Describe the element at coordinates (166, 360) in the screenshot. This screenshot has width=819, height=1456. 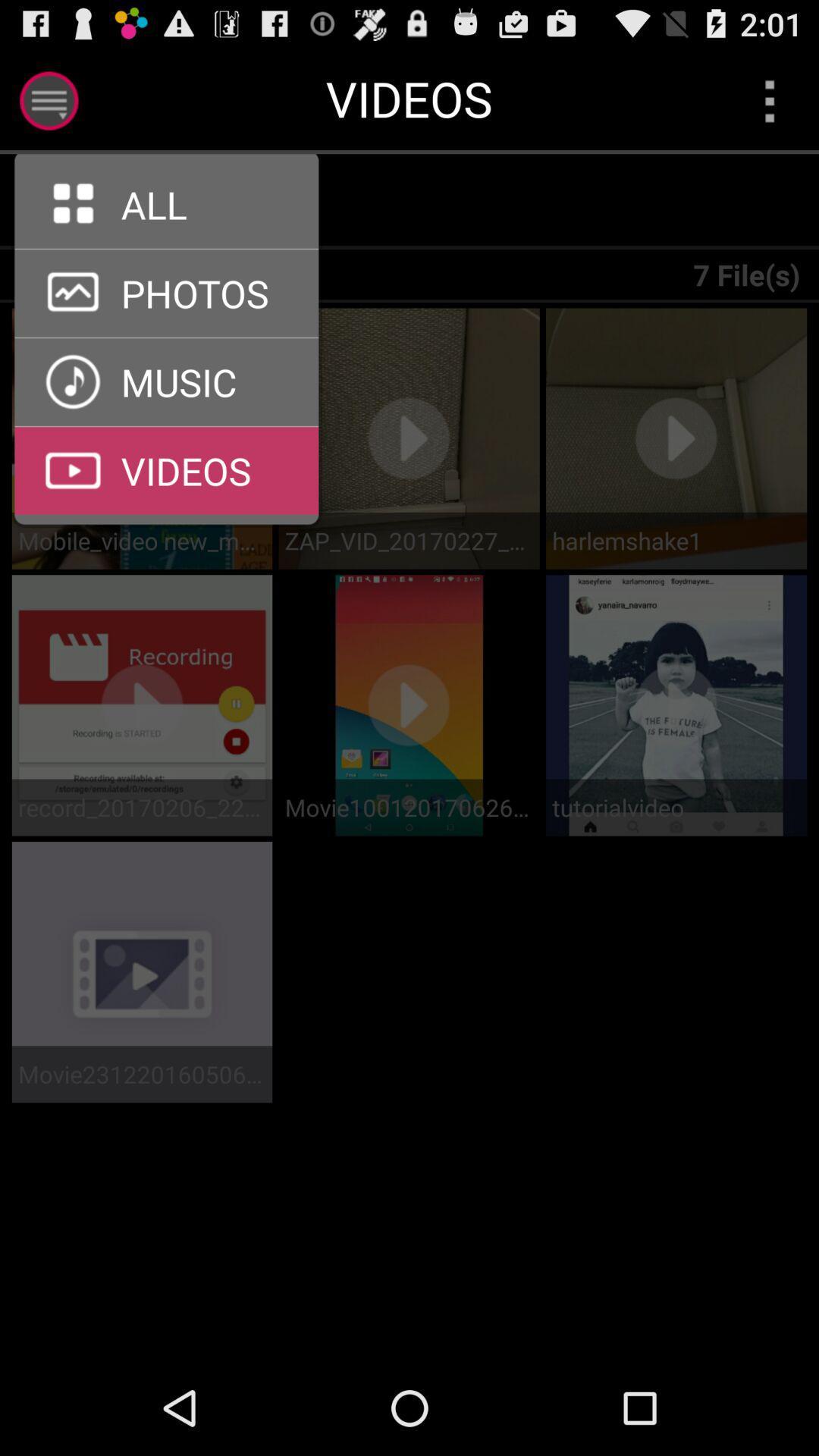
I see `the arrow_forward icon` at that location.